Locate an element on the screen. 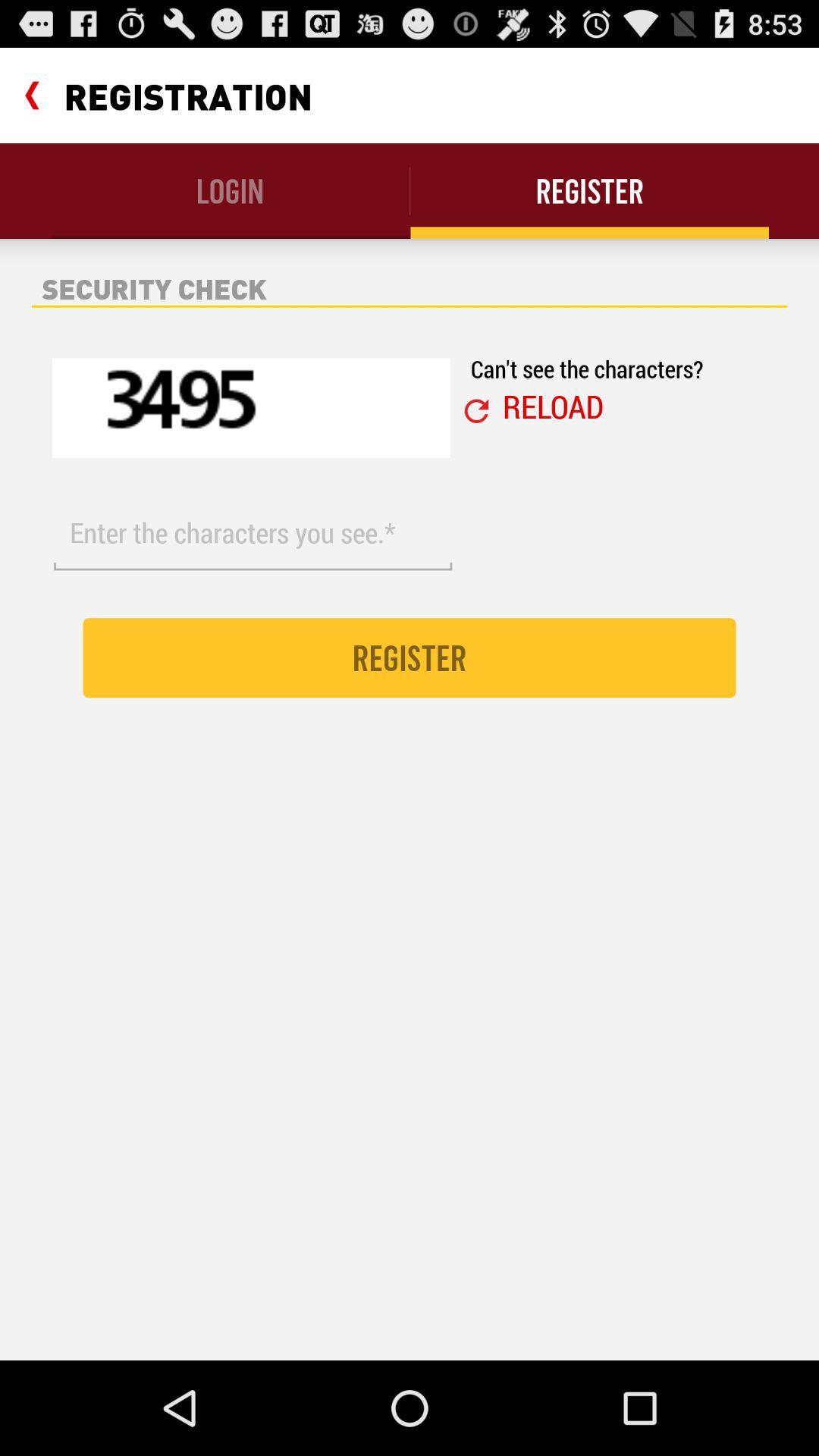 The height and width of the screenshot is (1456, 819). the item above register is located at coordinates (252, 533).